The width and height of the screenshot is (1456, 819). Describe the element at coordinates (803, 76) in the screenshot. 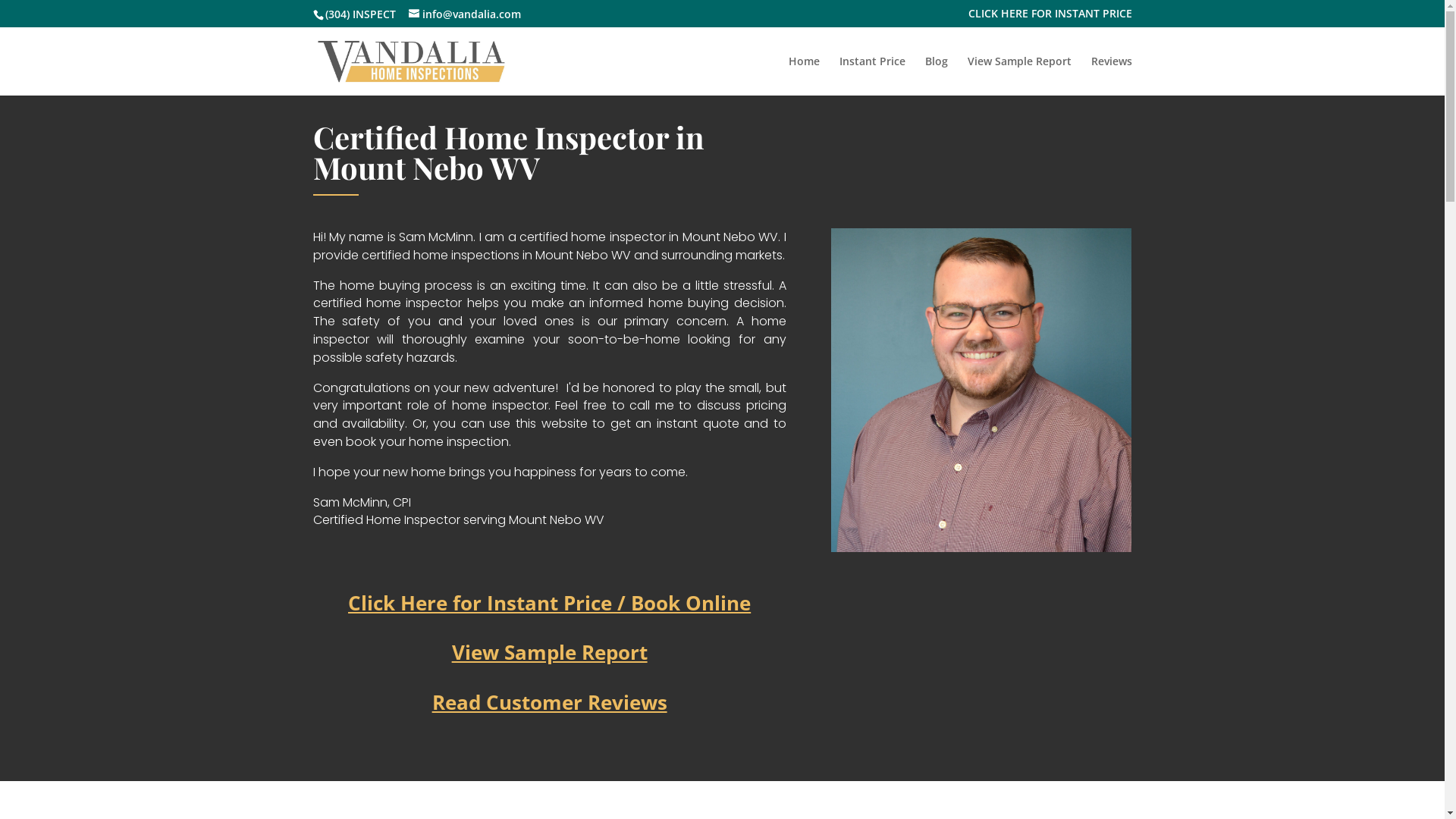

I see `'Home'` at that location.